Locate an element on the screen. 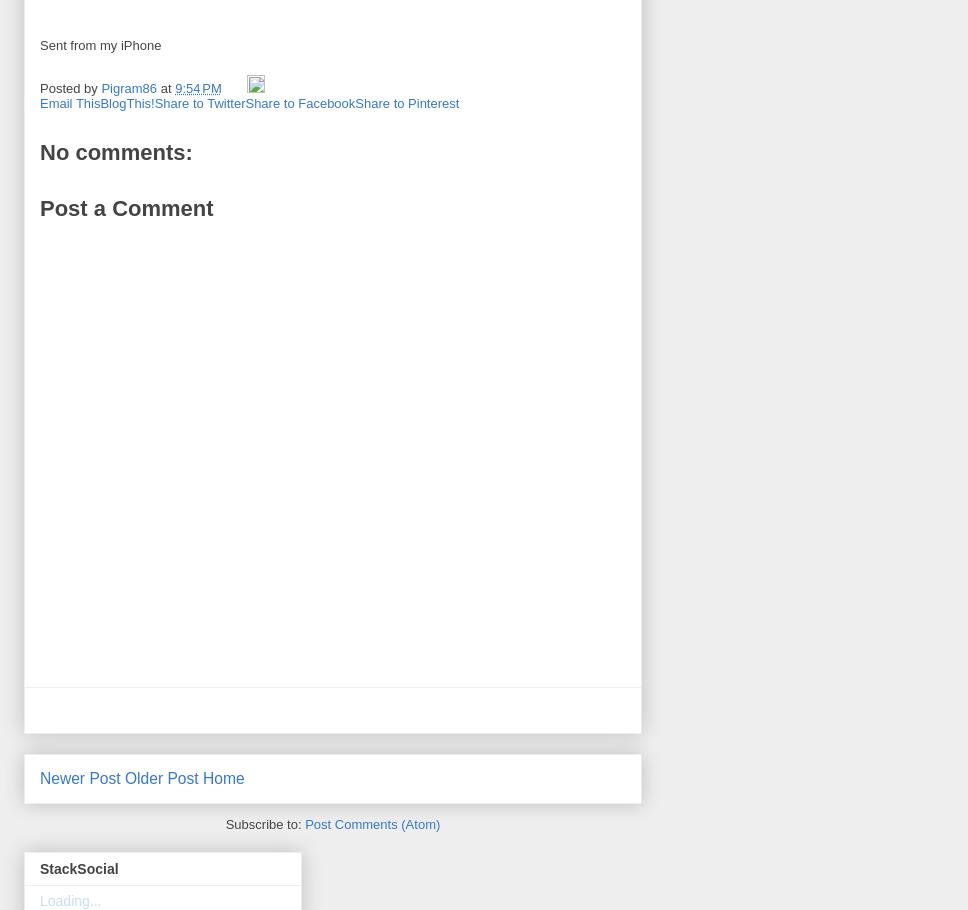  'Subscribe to:' is located at coordinates (265, 823).